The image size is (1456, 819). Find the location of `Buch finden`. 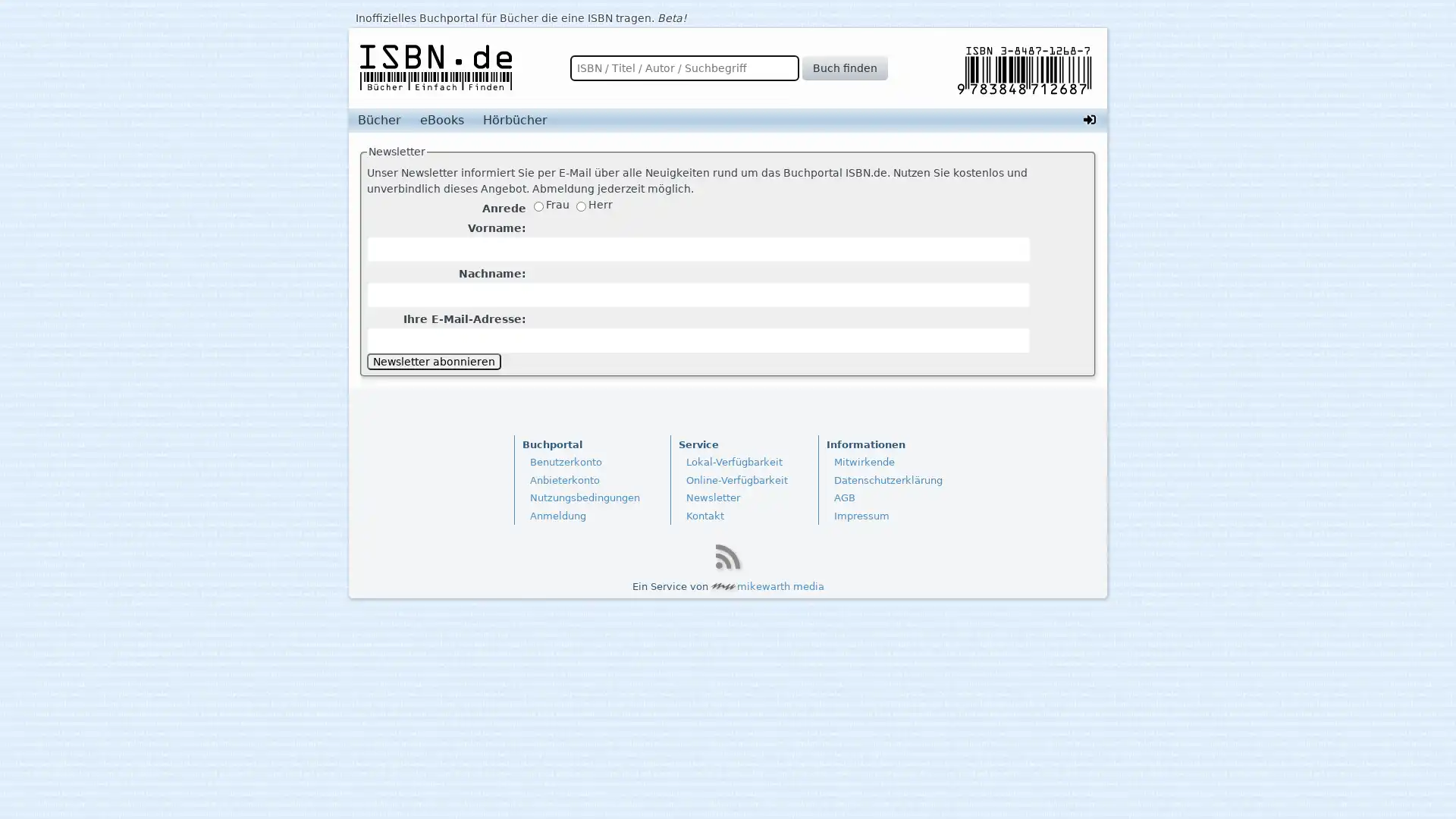

Buch finden is located at coordinates (843, 67).